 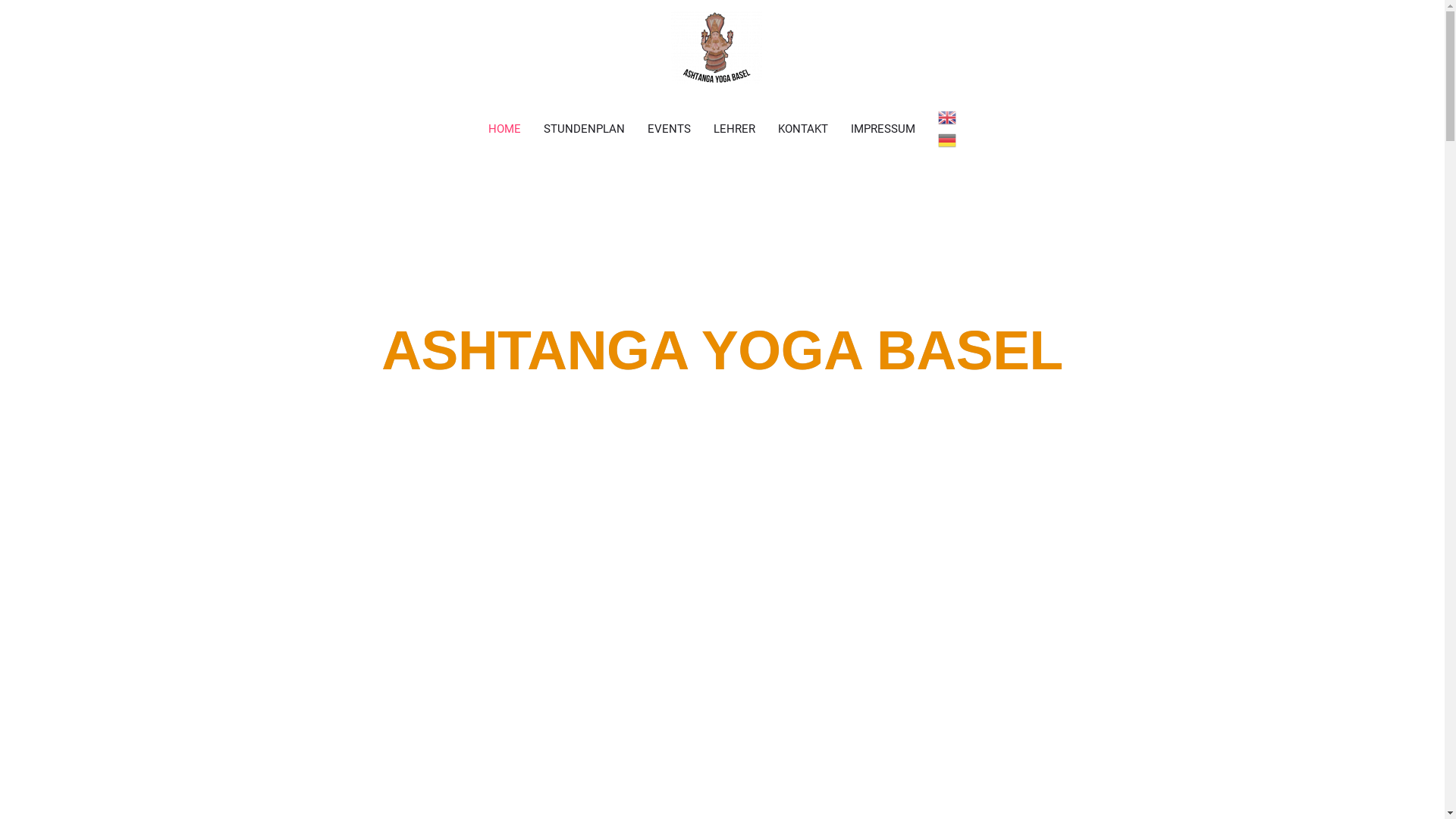 What do you see at coordinates (734, 127) in the screenshot?
I see `'LEHRER'` at bounding box center [734, 127].